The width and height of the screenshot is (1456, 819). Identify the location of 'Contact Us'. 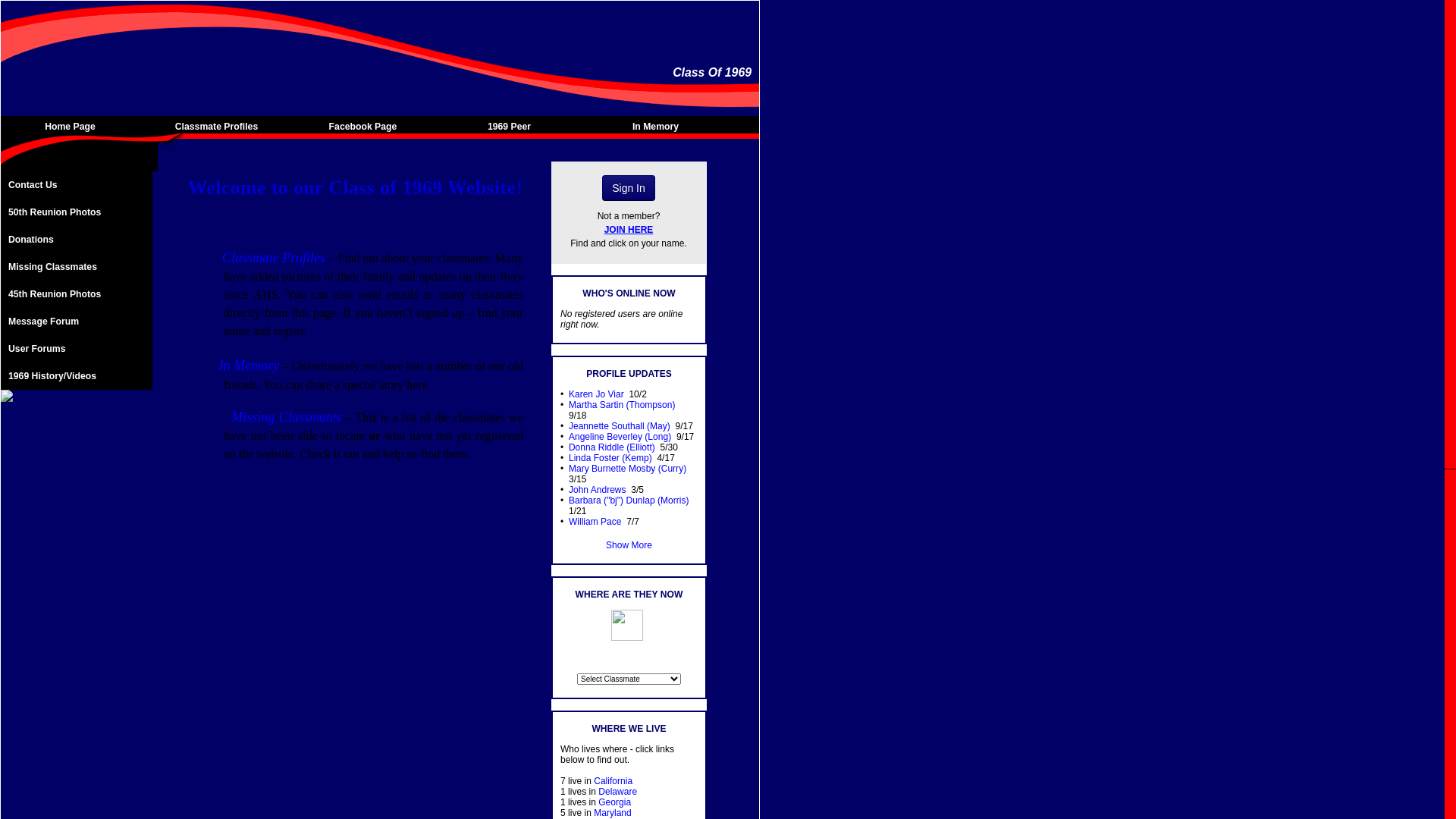
(75, 184).